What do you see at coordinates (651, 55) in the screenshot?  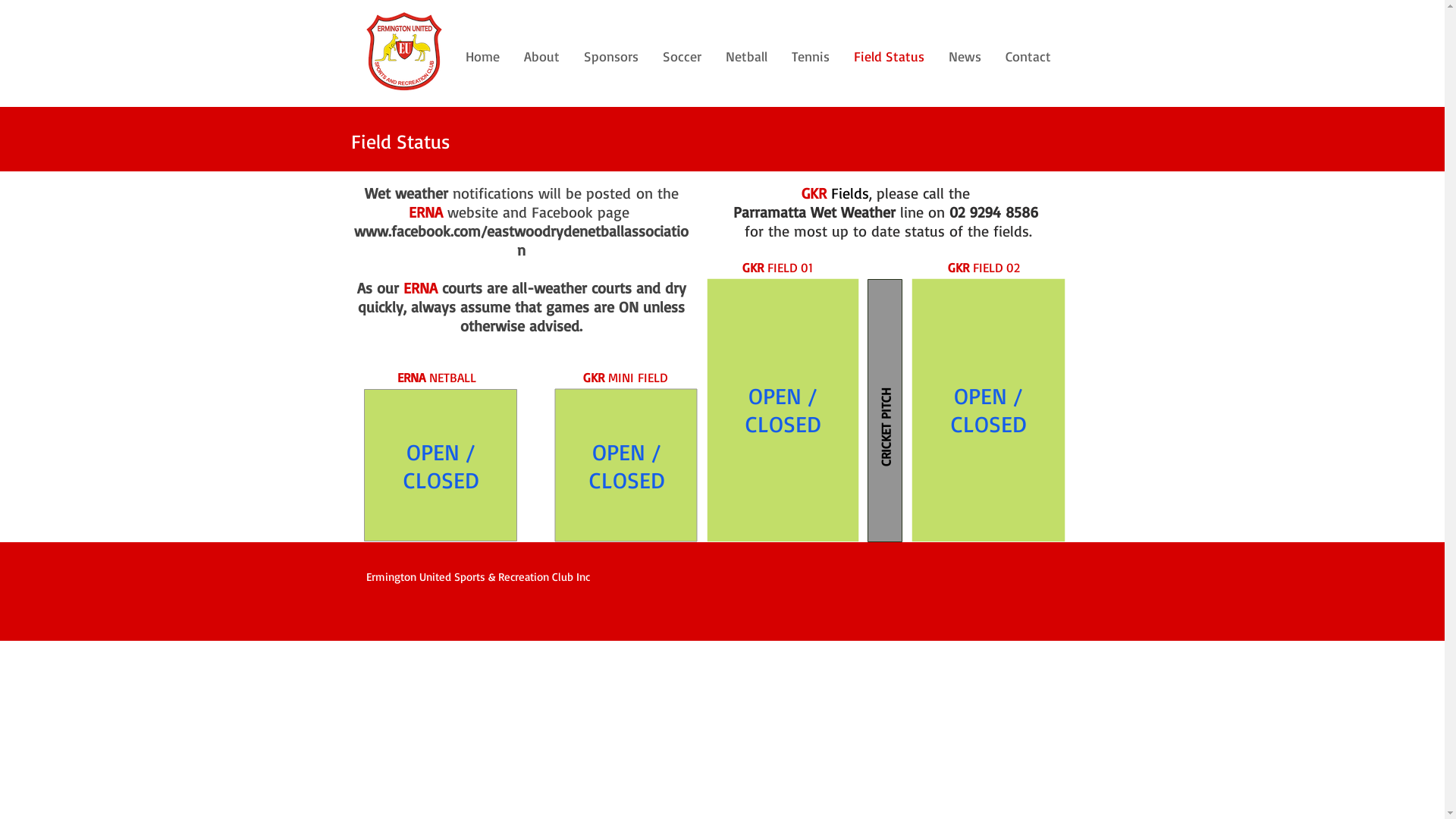 I see `'Soccer'` at bounding box center [651, 55].